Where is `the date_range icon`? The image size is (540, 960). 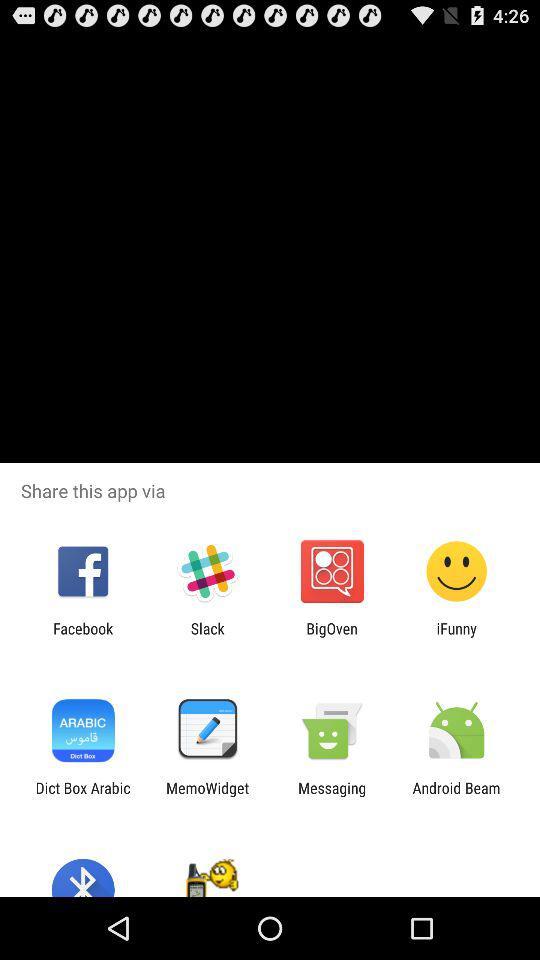
the date_range icon is located at coordinates (491, 846).